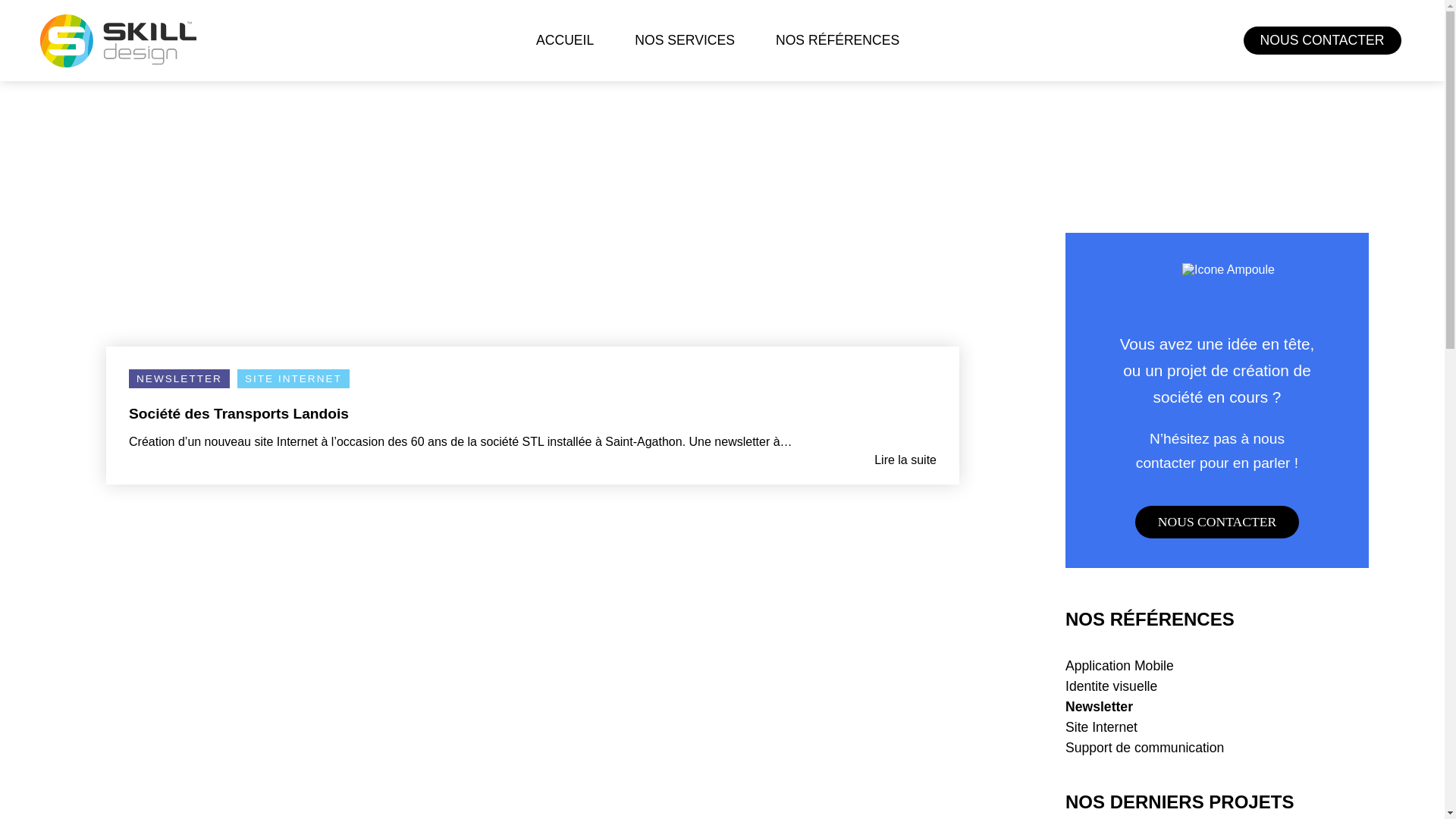  What do you see at coordinates (1321, 39) in the screenshot?
I see `'NOUS CONTACTER'` at bounding box center [1321, 39].